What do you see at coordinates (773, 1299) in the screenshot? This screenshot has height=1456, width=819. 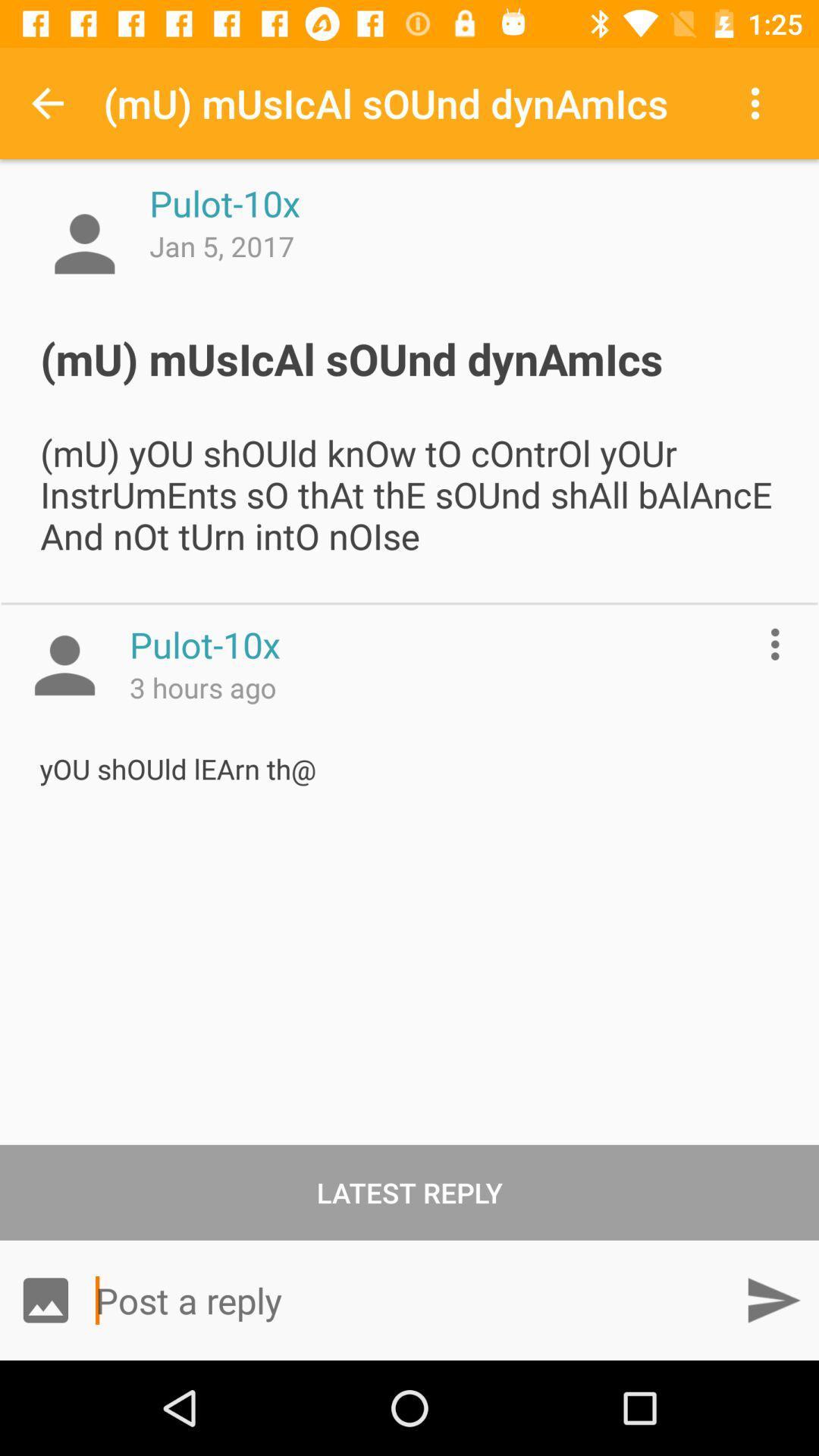 I see `send reply` at bounding box center [773, 1299].